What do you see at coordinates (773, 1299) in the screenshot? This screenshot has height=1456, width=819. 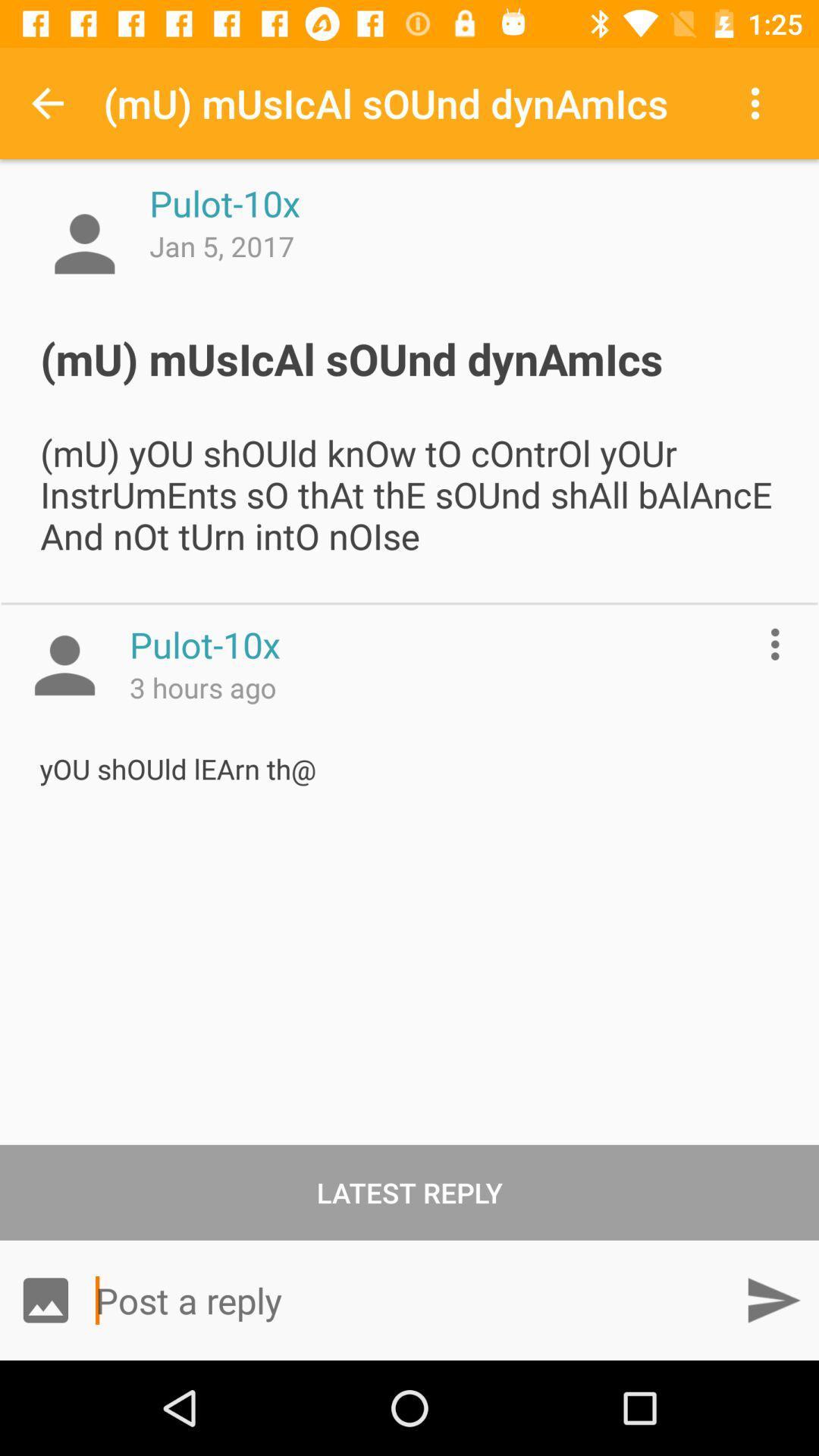 I see `send reply` at bounding box center [773, 1299].